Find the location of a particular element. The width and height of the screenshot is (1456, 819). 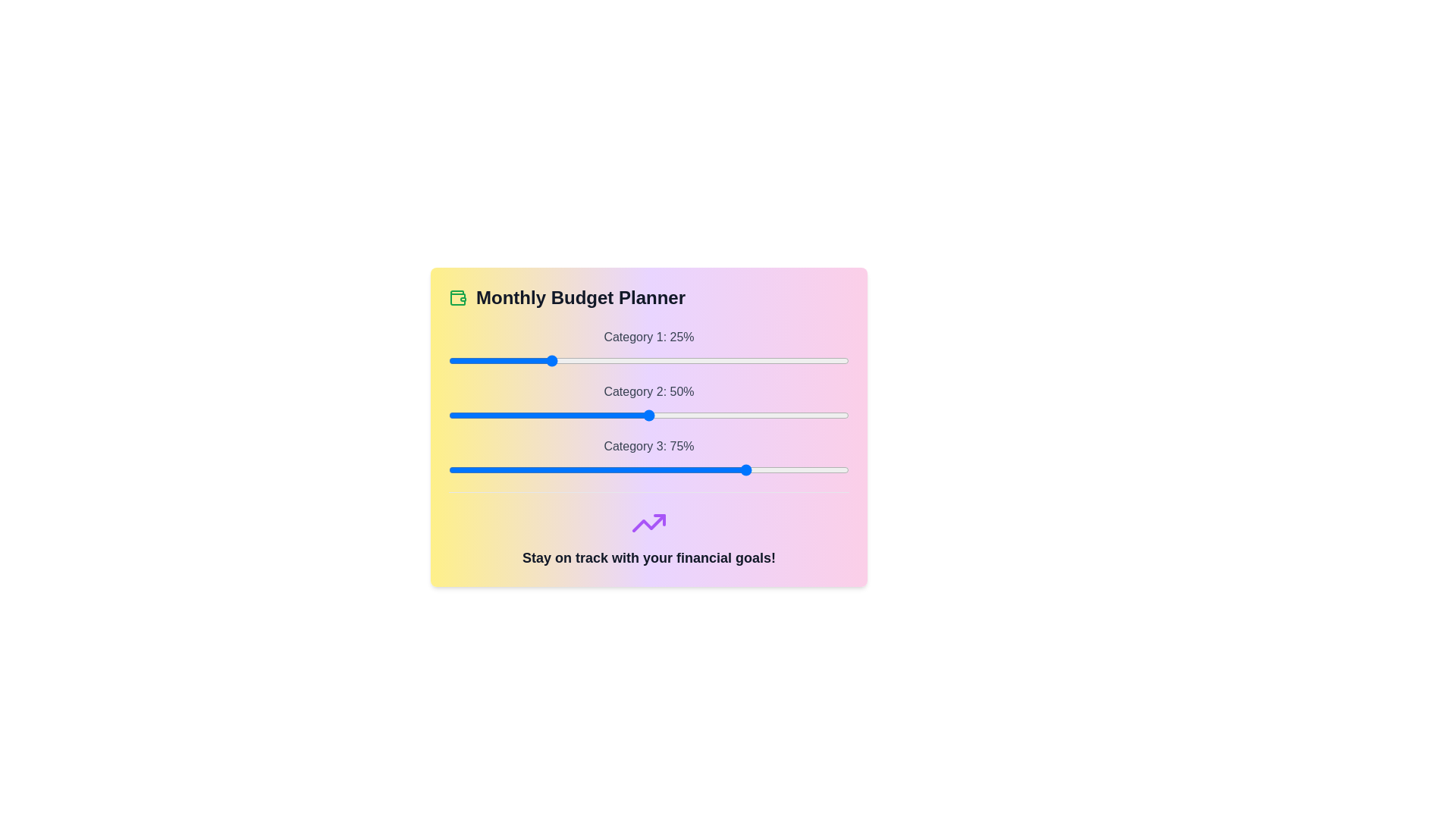

the slider for Category 1 to 22% is located at coordinates (537, 360).